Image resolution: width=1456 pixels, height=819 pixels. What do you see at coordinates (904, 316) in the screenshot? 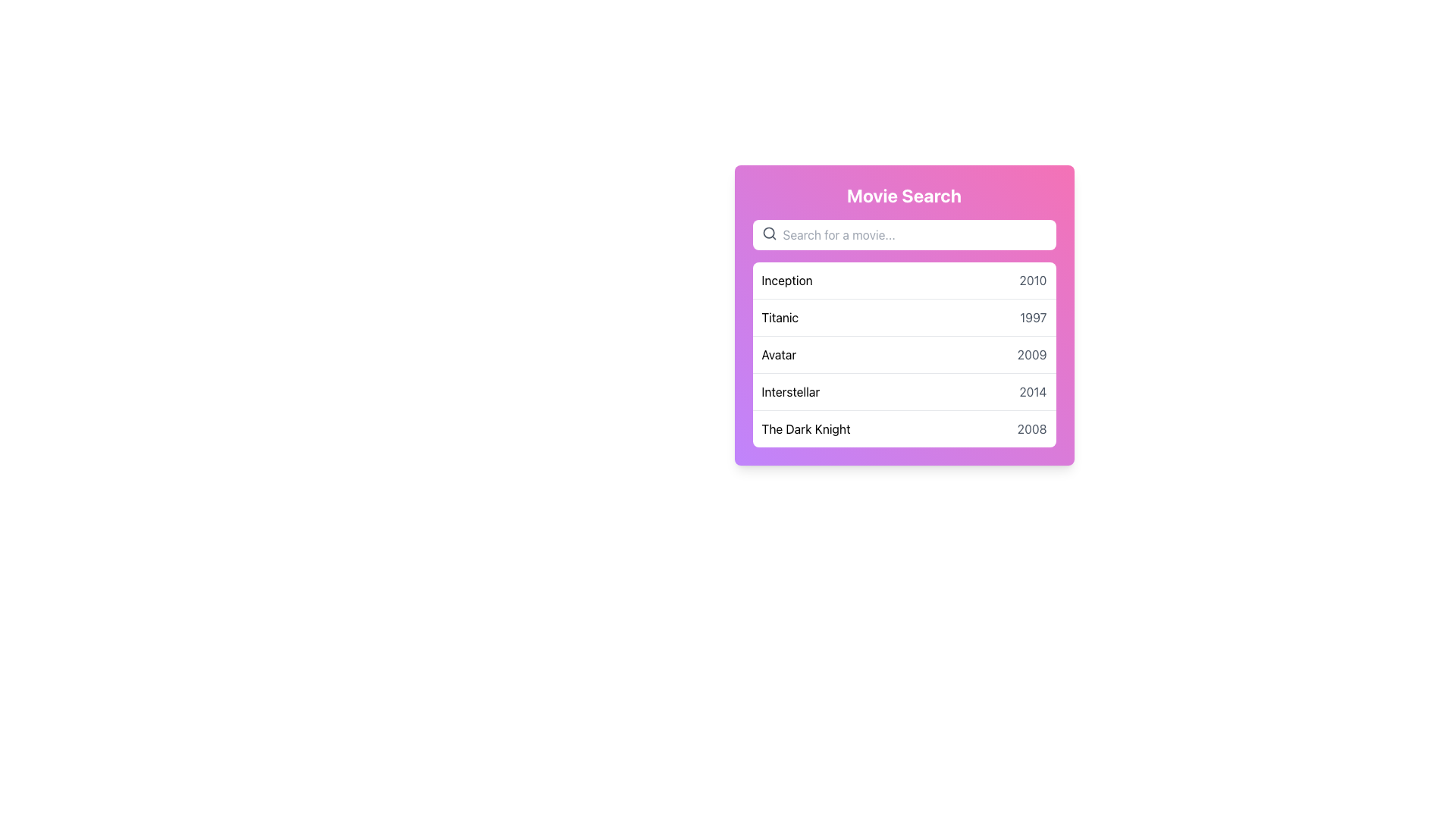
I see `the movie row displaying 'Titanic' (1997)` at bounding box center [904, 316].